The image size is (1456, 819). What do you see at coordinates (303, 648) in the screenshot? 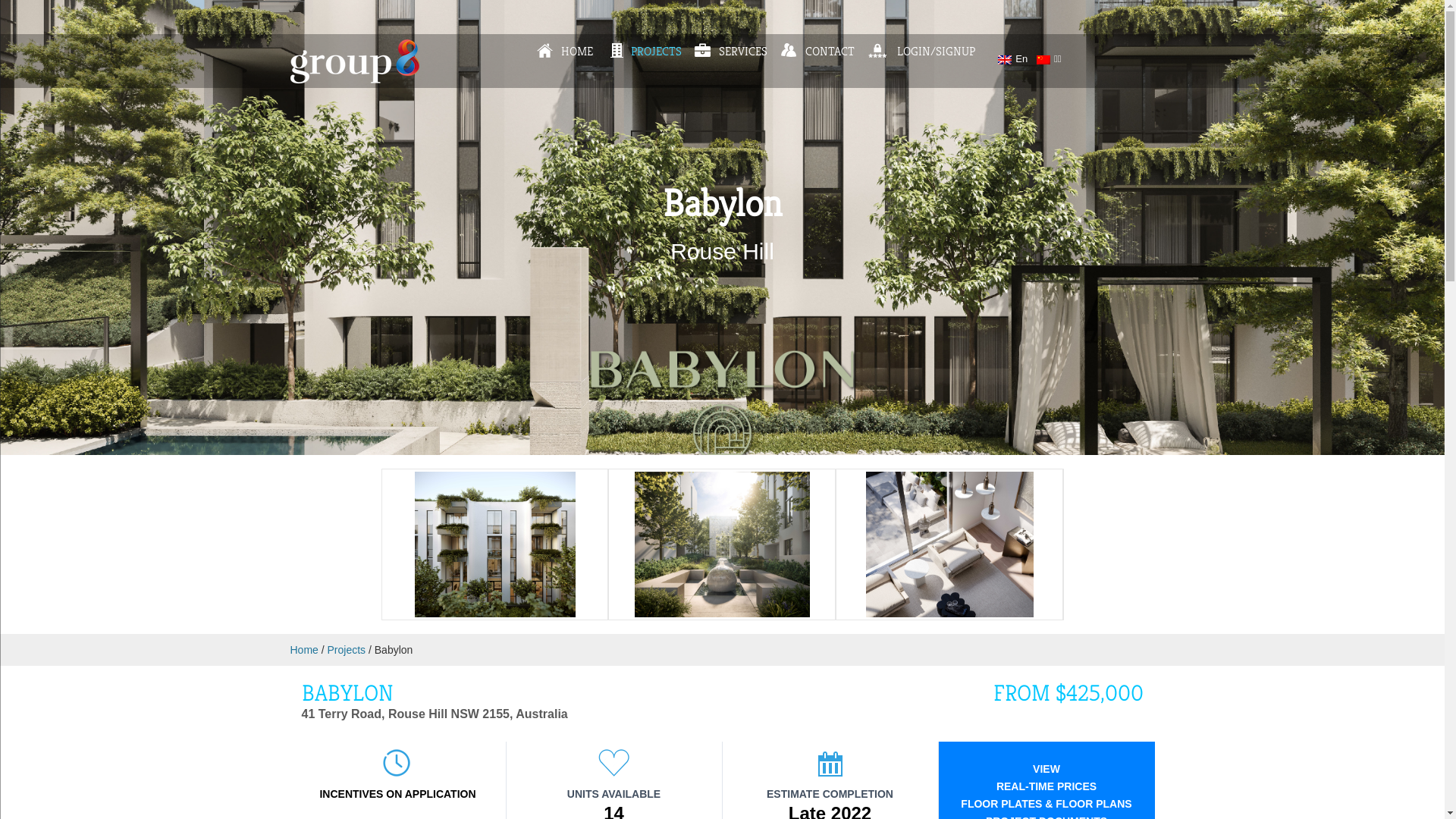
I see `'Home'` at bounding box center [303, 648].